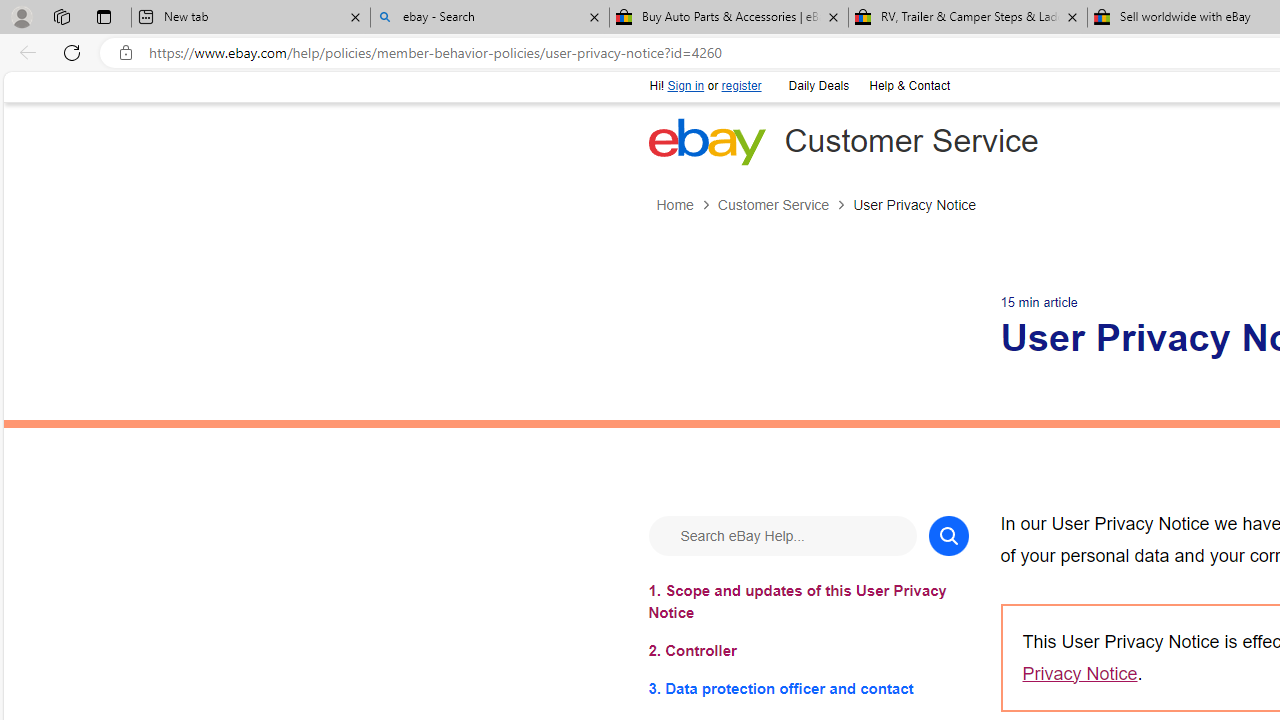  What do you see at coordinates (907, 83) in the screenshot?
I see `'Help & Contact'` at bounding box center [907, 83].